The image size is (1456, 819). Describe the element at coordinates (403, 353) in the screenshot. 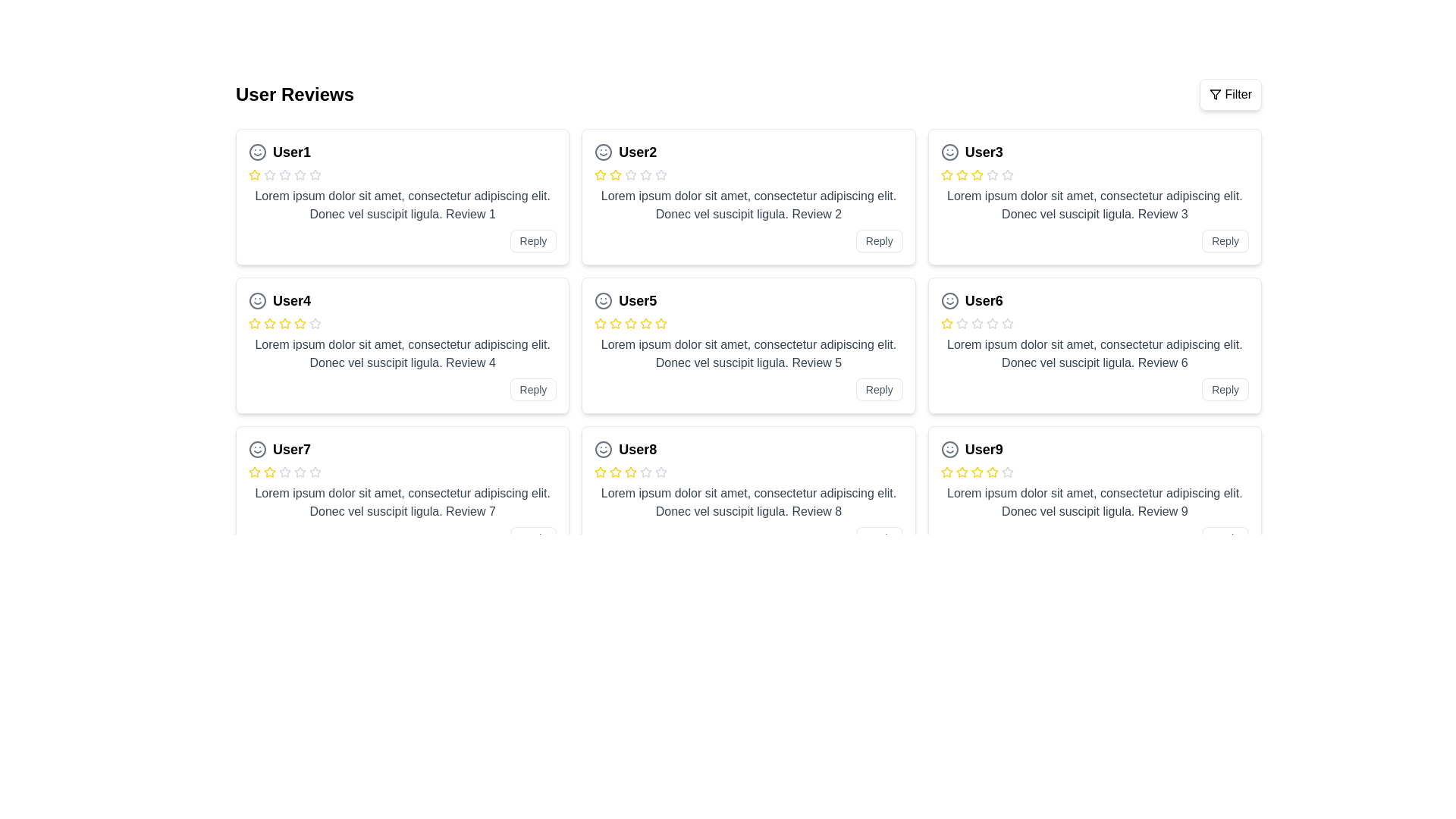

I see `the static text block displaying the review content posted by 'User4', which is located below the star rating and above the 'Reply' button` at that location.